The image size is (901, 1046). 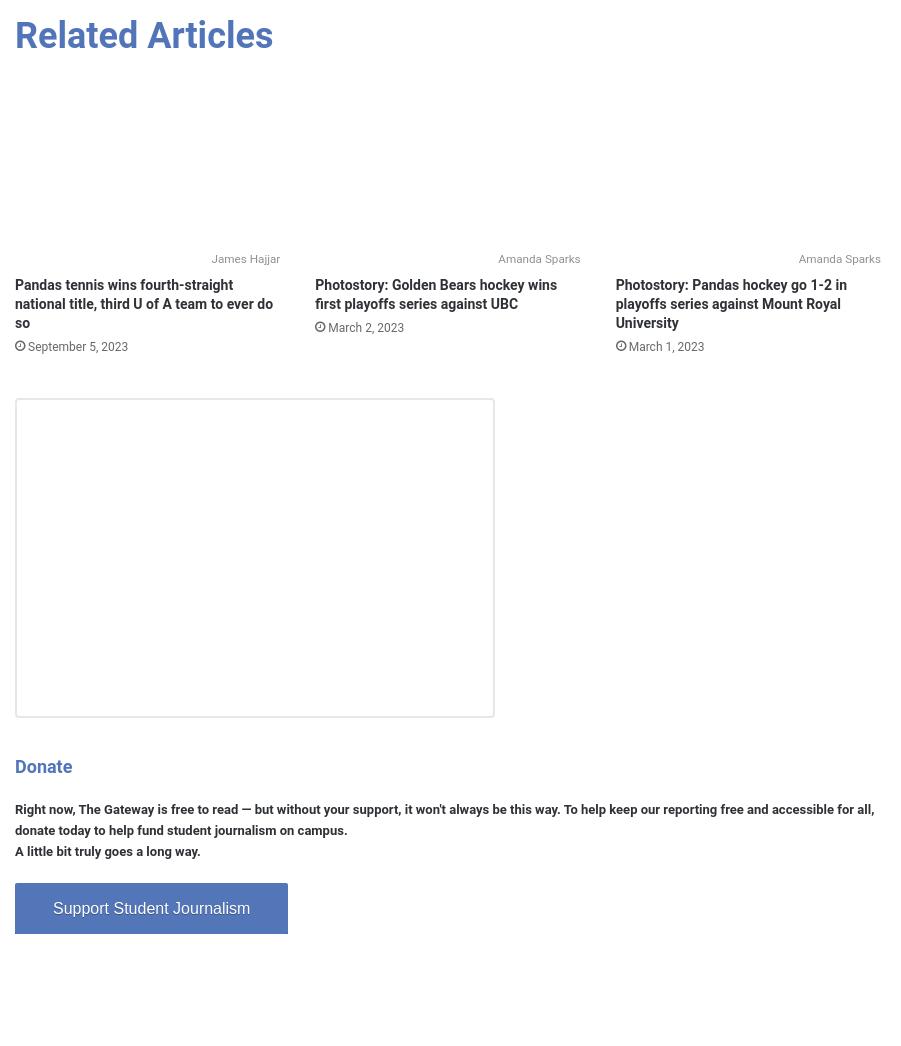 I want to click on 'Right now, The Gateway is free to read — but without your support, it won't always be this way. To help keep our reporting free and accessible for all, donate today to help fund student journalism on campus.', so click(x=443, y=819).